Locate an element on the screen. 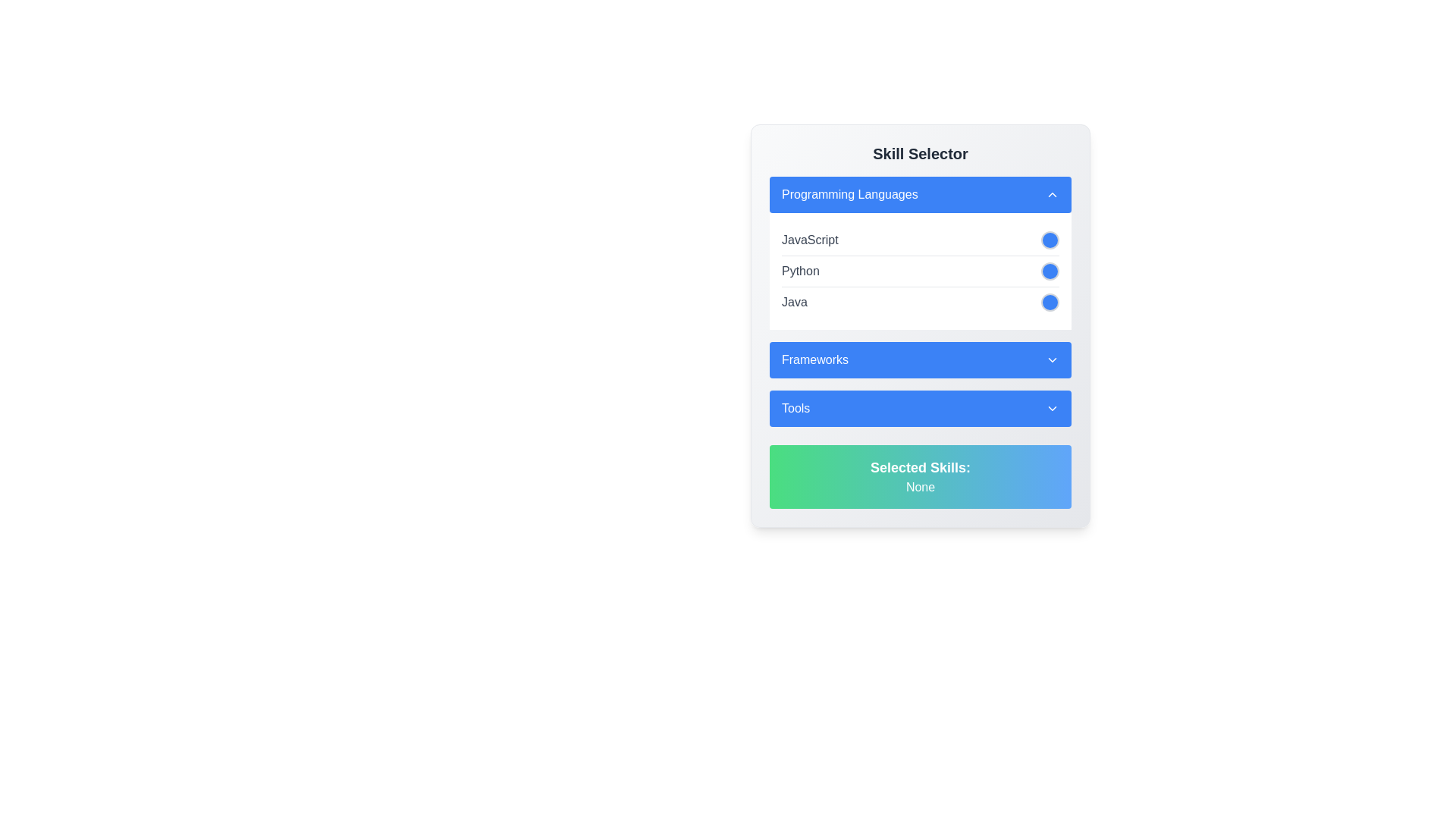 The image size is (1456, 819). the Informational display box that contains the text 'Selected Skills:' in bold and 'None' in smaller font, located below the 'Tools' section is located at coordinates (920, 475).